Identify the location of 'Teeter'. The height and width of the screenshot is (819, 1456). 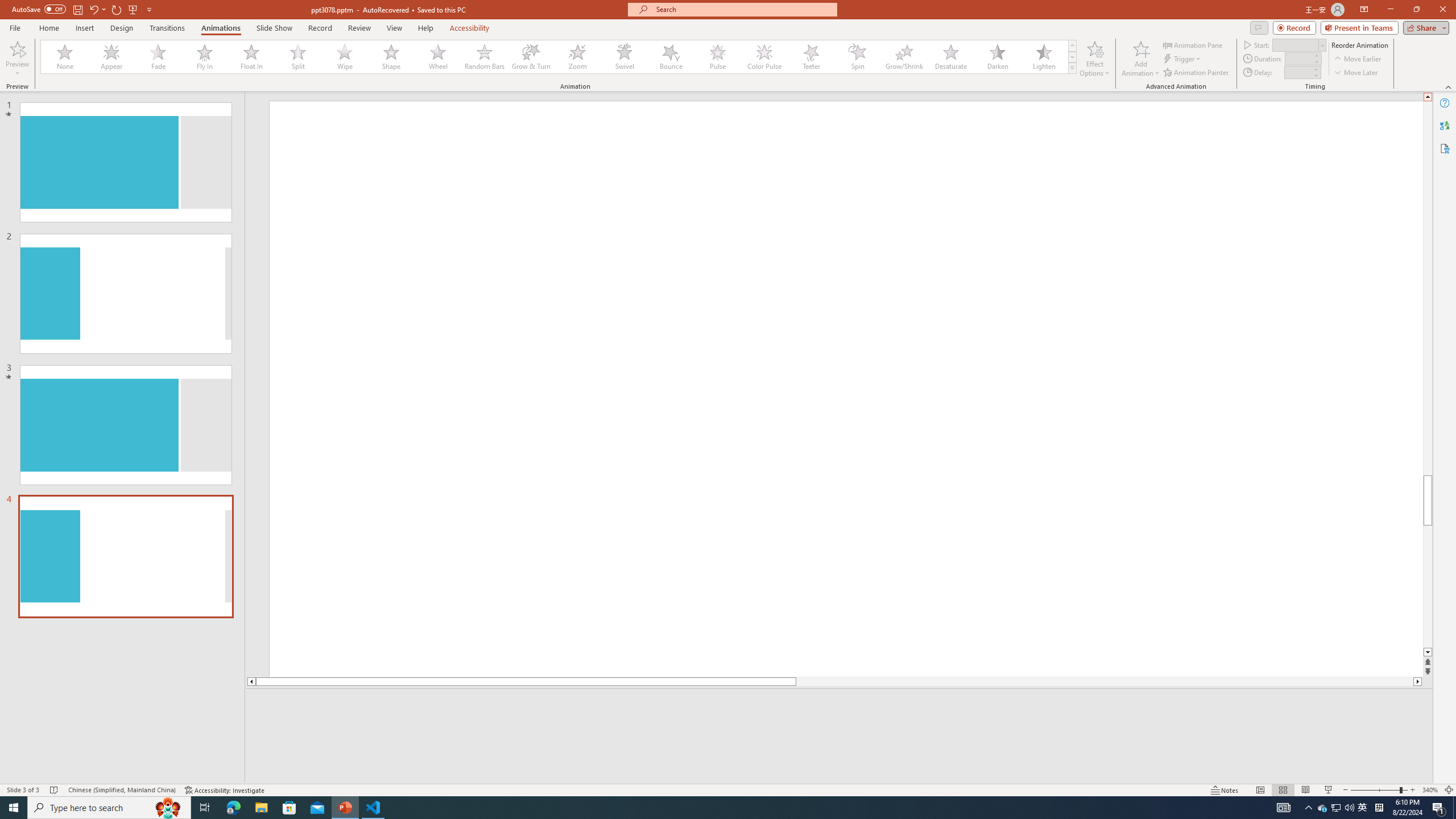
(810, 56).